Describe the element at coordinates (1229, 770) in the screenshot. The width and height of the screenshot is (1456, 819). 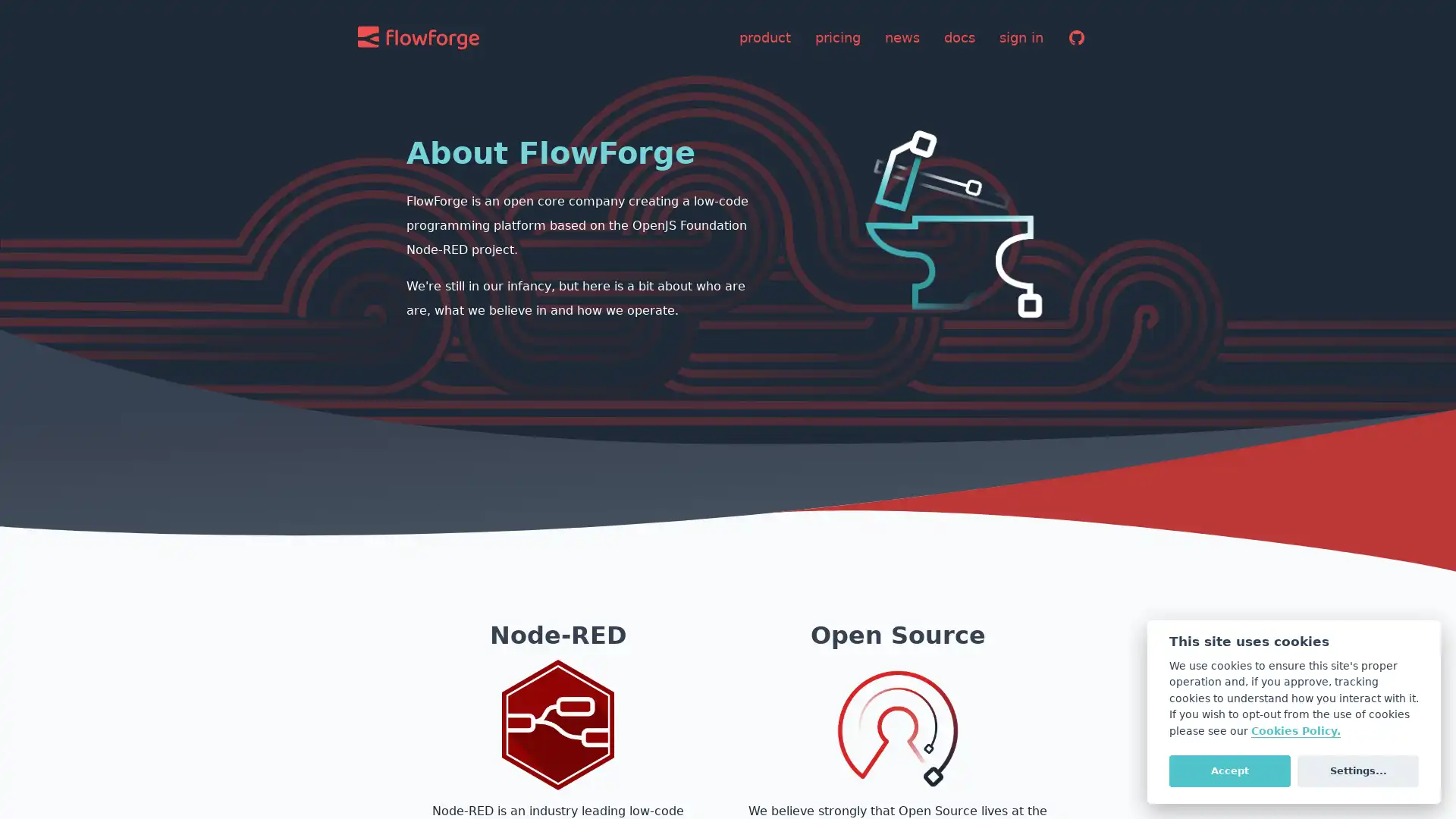
I see `Accept` at that location.